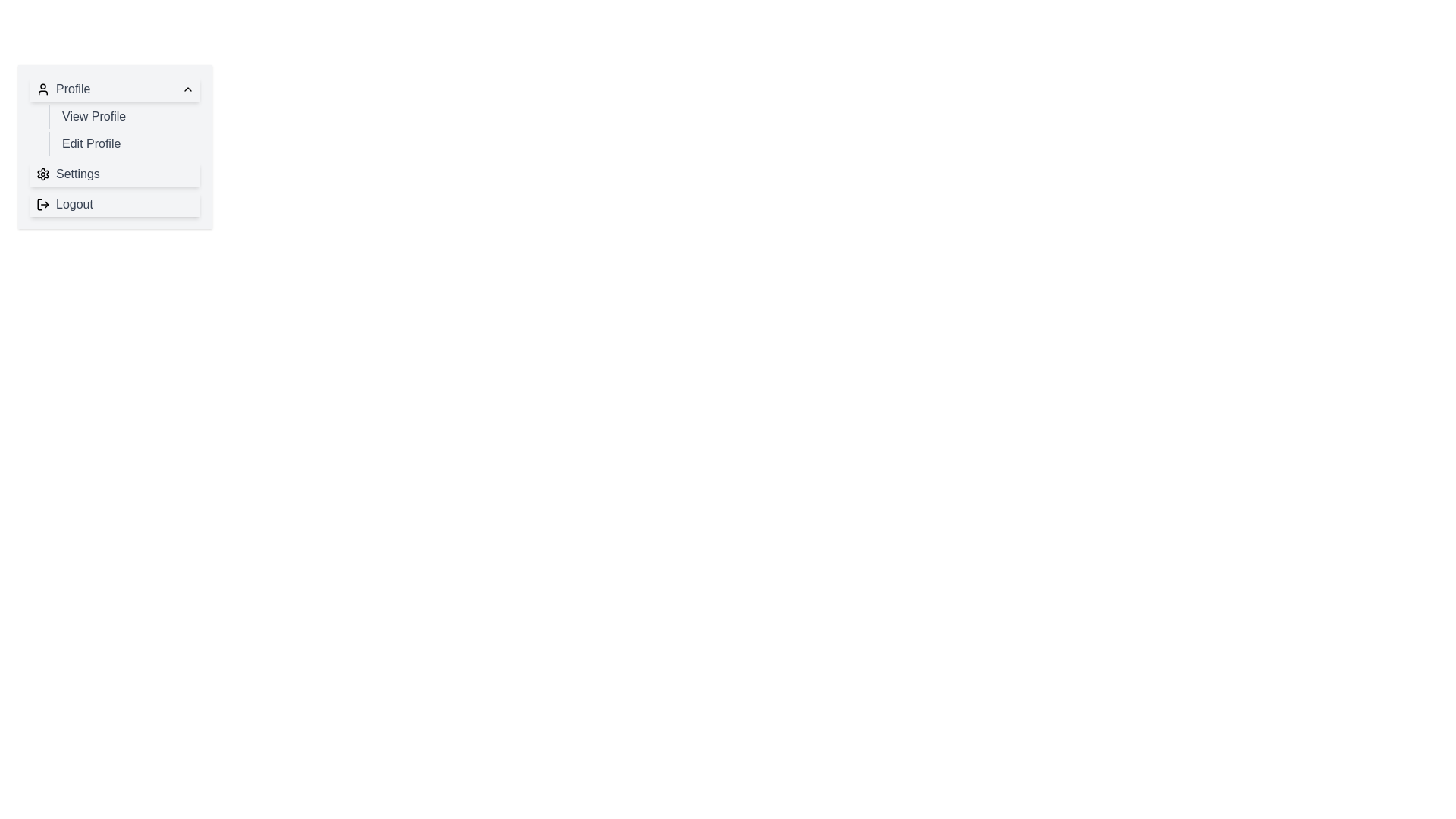  Describe the element at coordinates (72, 89) in the screenshot. I see `the 'Profile' text label, which is styled in gray font and located to the right of the user icon in the header area of the settings menu` at that location.